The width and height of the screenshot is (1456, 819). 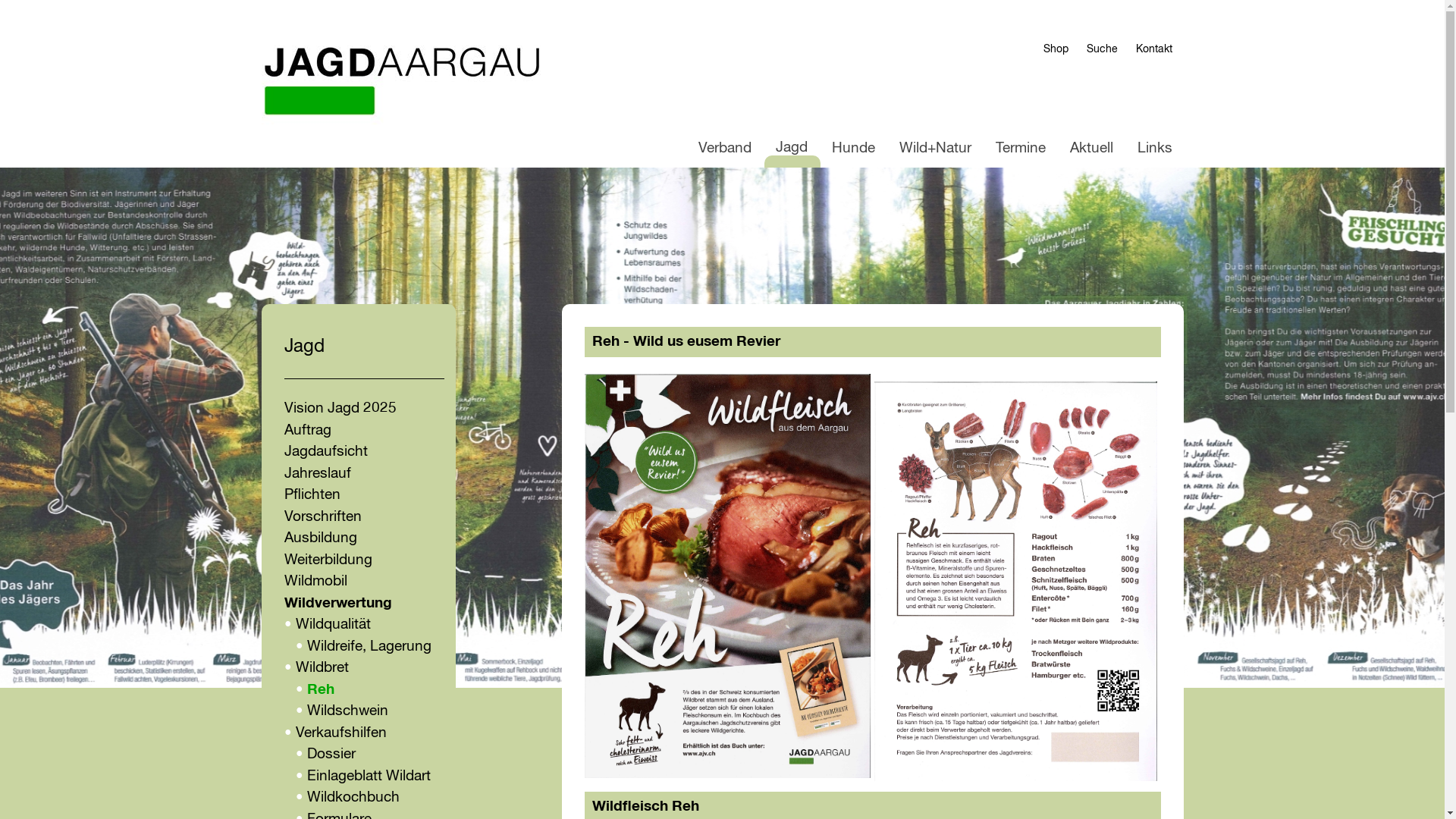 I want to click on 'Wildreife, Lagerung', so click(x=305, y=646).